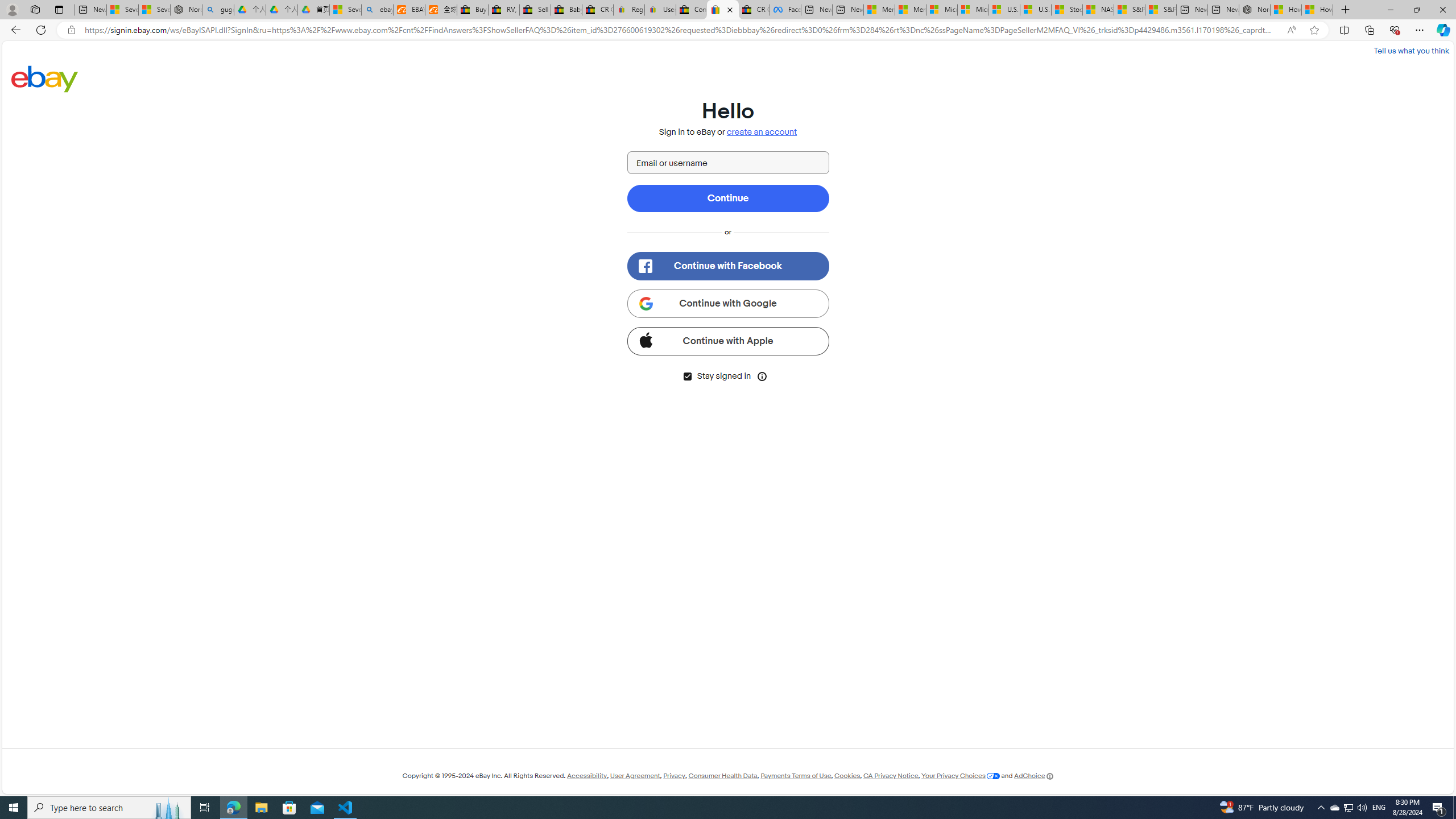  What do you see at coordinates (659, 9) in the screenshot?
I see `'User Privacy Notice | eBay'` at bounding box center [659, 9].